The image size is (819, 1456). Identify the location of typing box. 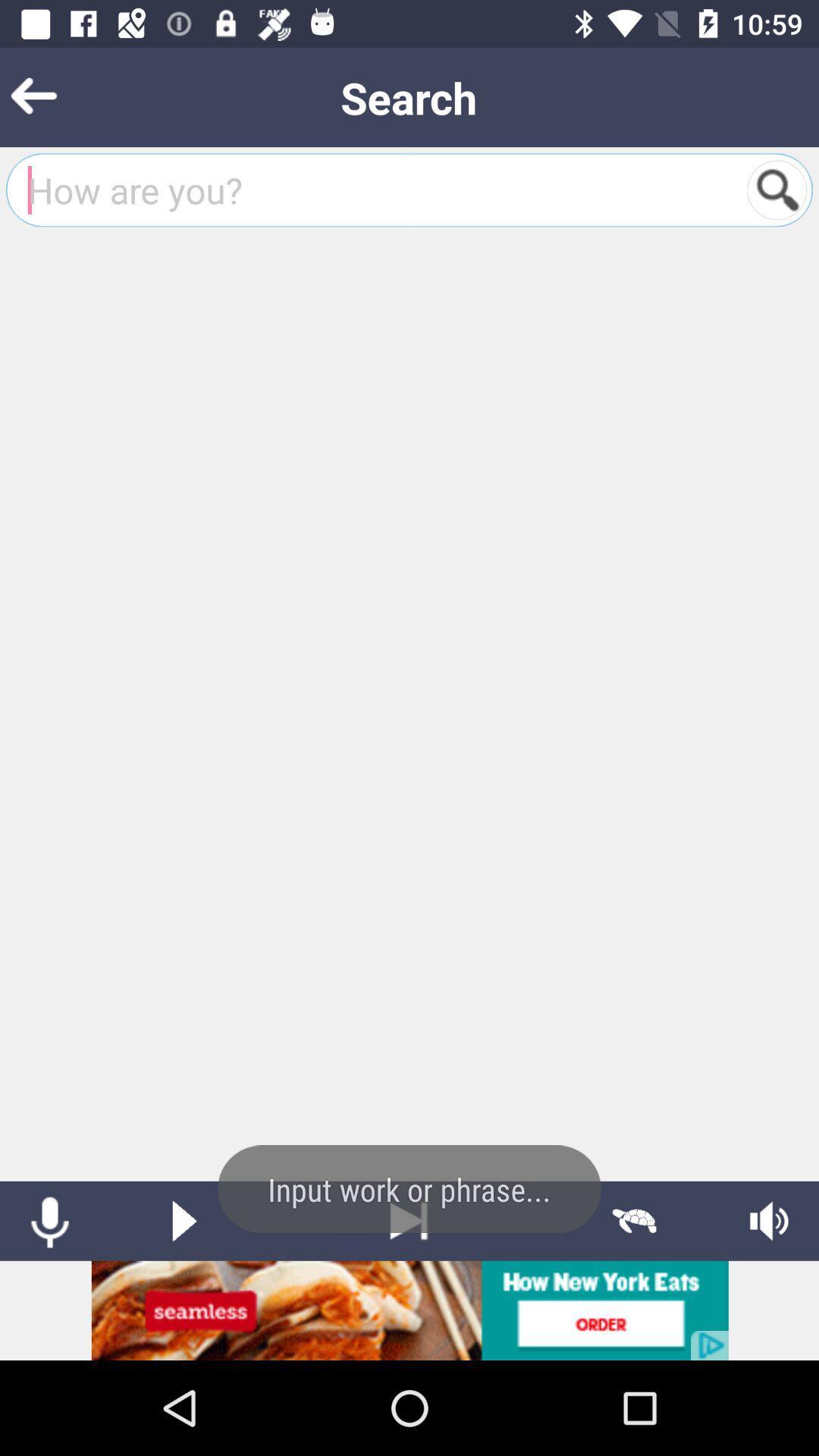
(376, 189).